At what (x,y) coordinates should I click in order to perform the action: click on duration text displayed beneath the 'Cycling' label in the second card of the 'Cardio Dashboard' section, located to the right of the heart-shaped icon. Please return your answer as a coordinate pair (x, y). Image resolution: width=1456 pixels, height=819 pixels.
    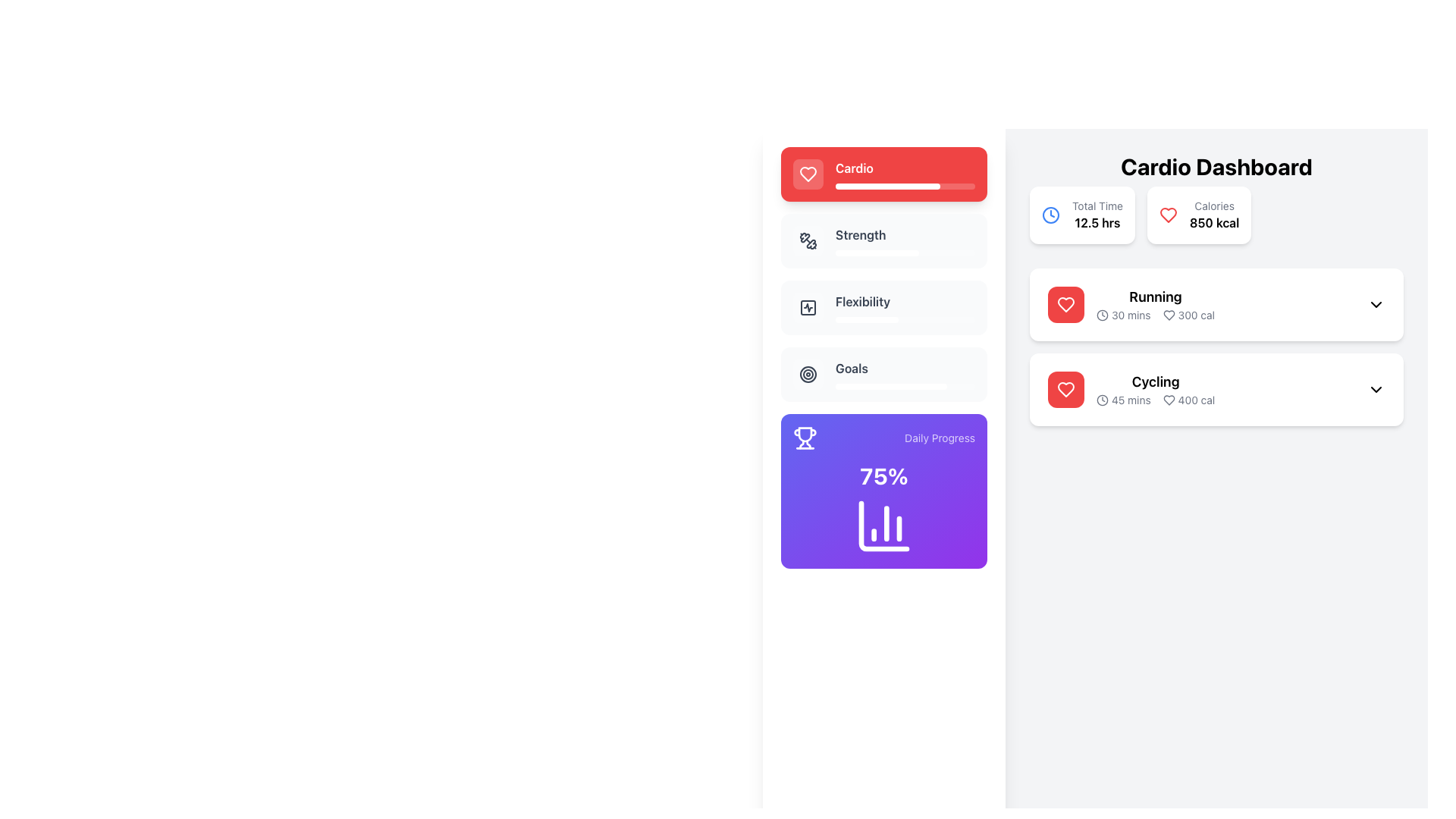
    Looking at the image, I should click on (1123, 400).